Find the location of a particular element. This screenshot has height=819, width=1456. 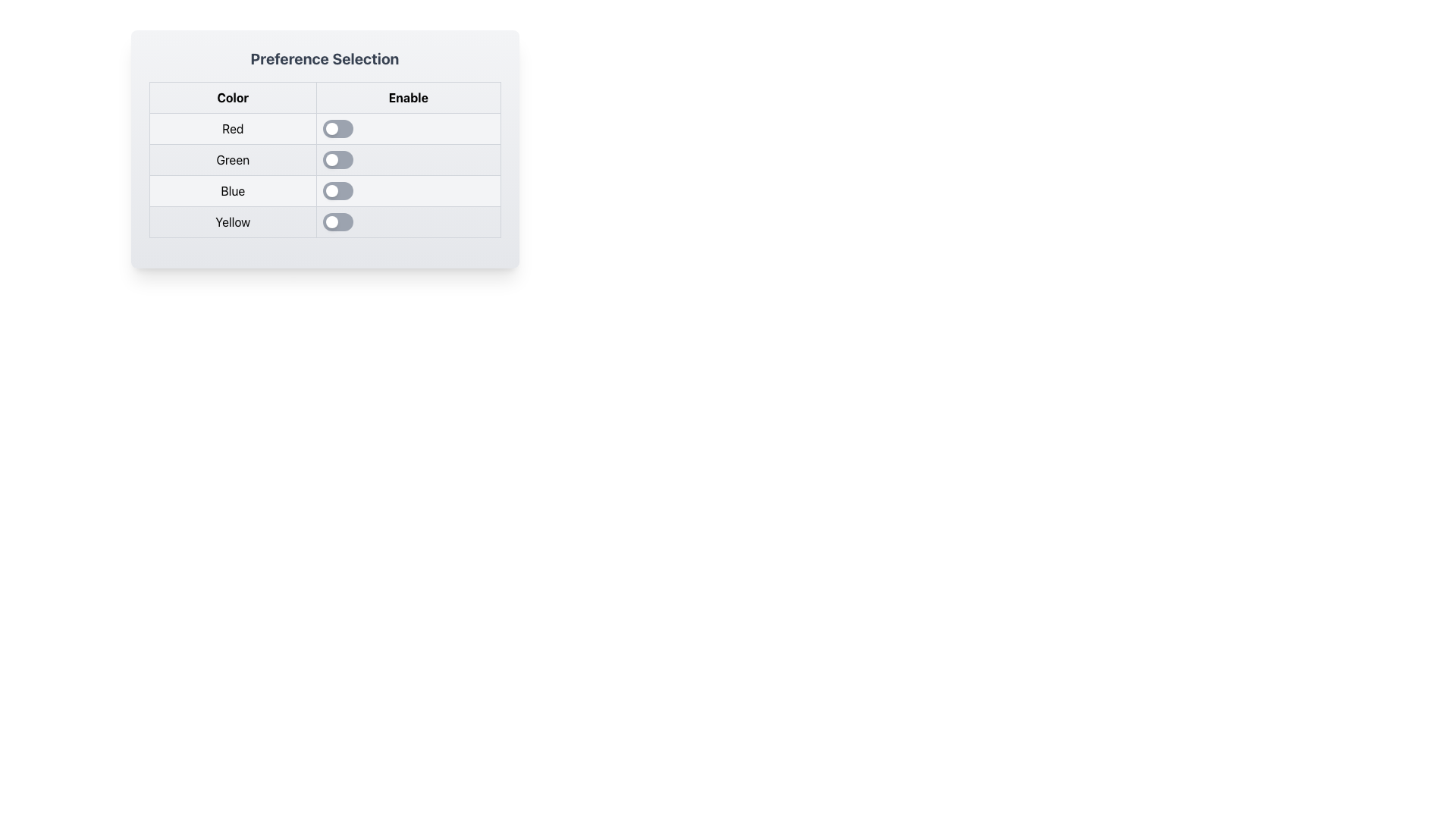

the toggle switch handle in the first row under the 'Enable' column of the 'Preference Selection' table is located at coordinates (331, 127).